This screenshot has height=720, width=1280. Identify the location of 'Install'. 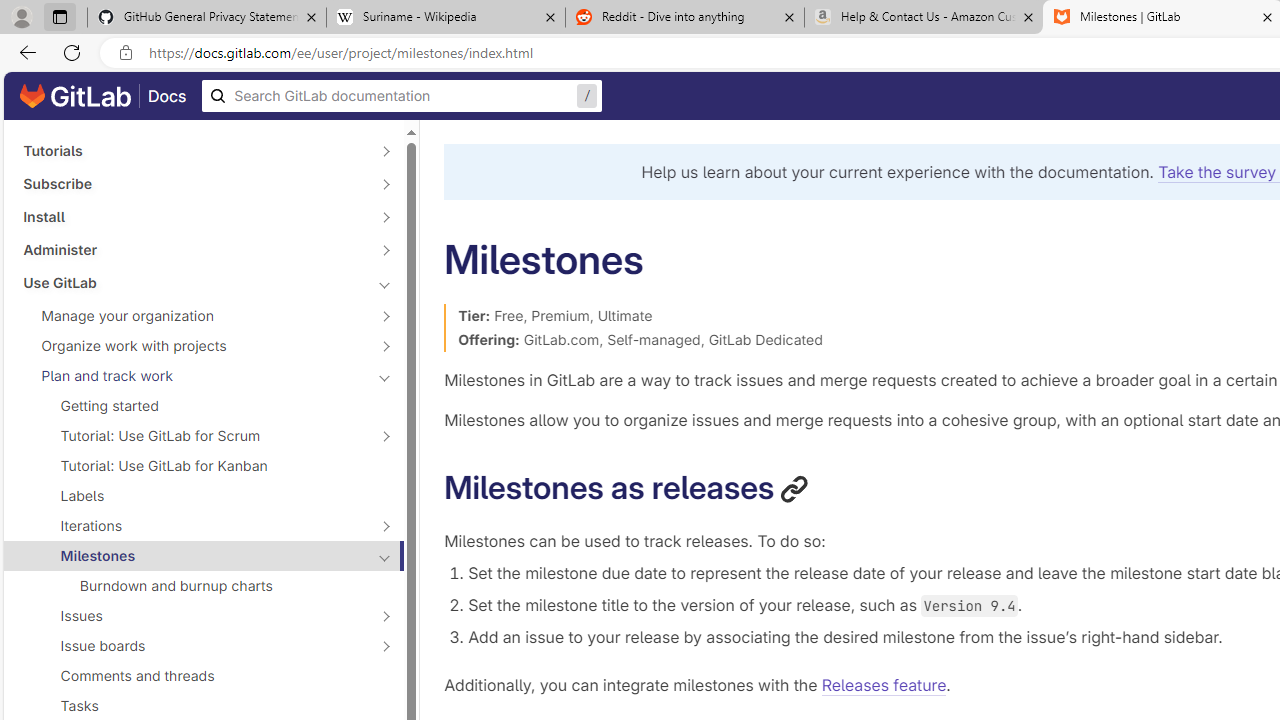
(192, 217).